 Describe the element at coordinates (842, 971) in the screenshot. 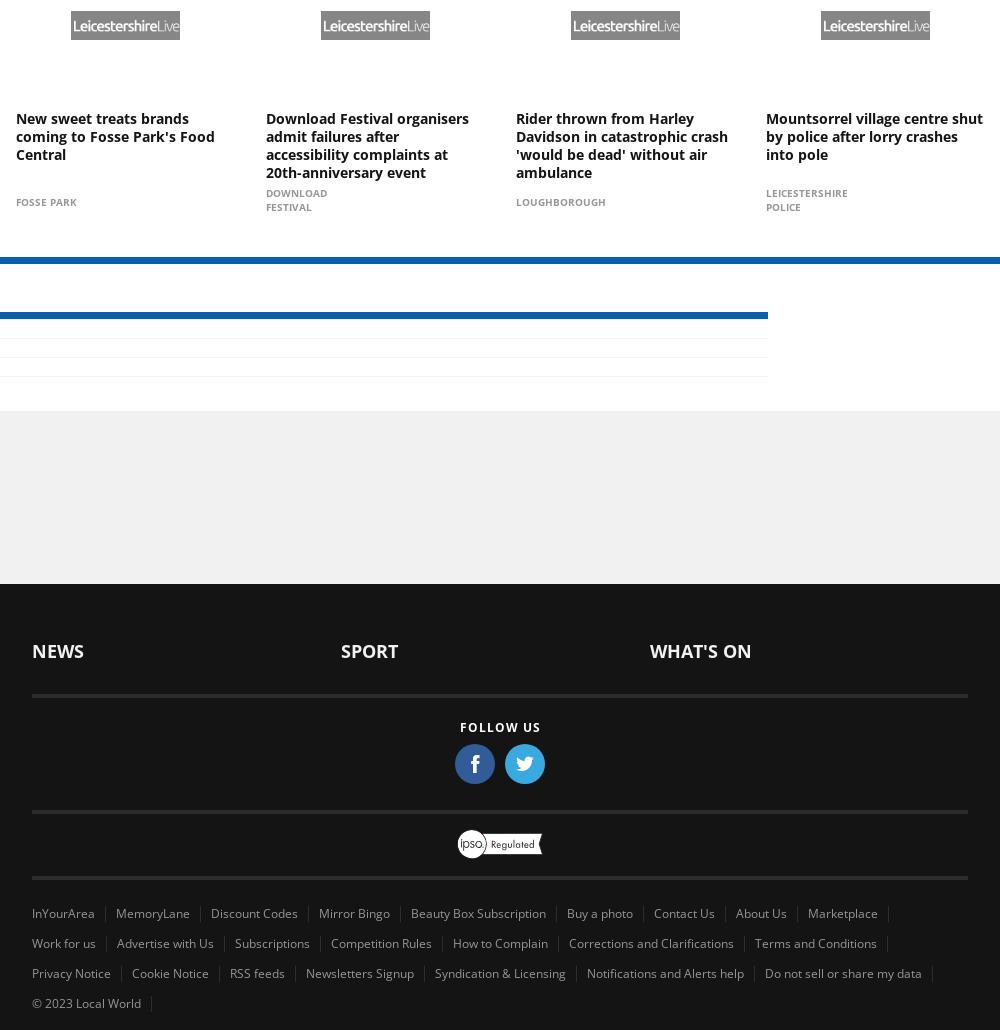

I see `'Do not sell or share my data'` at that location.